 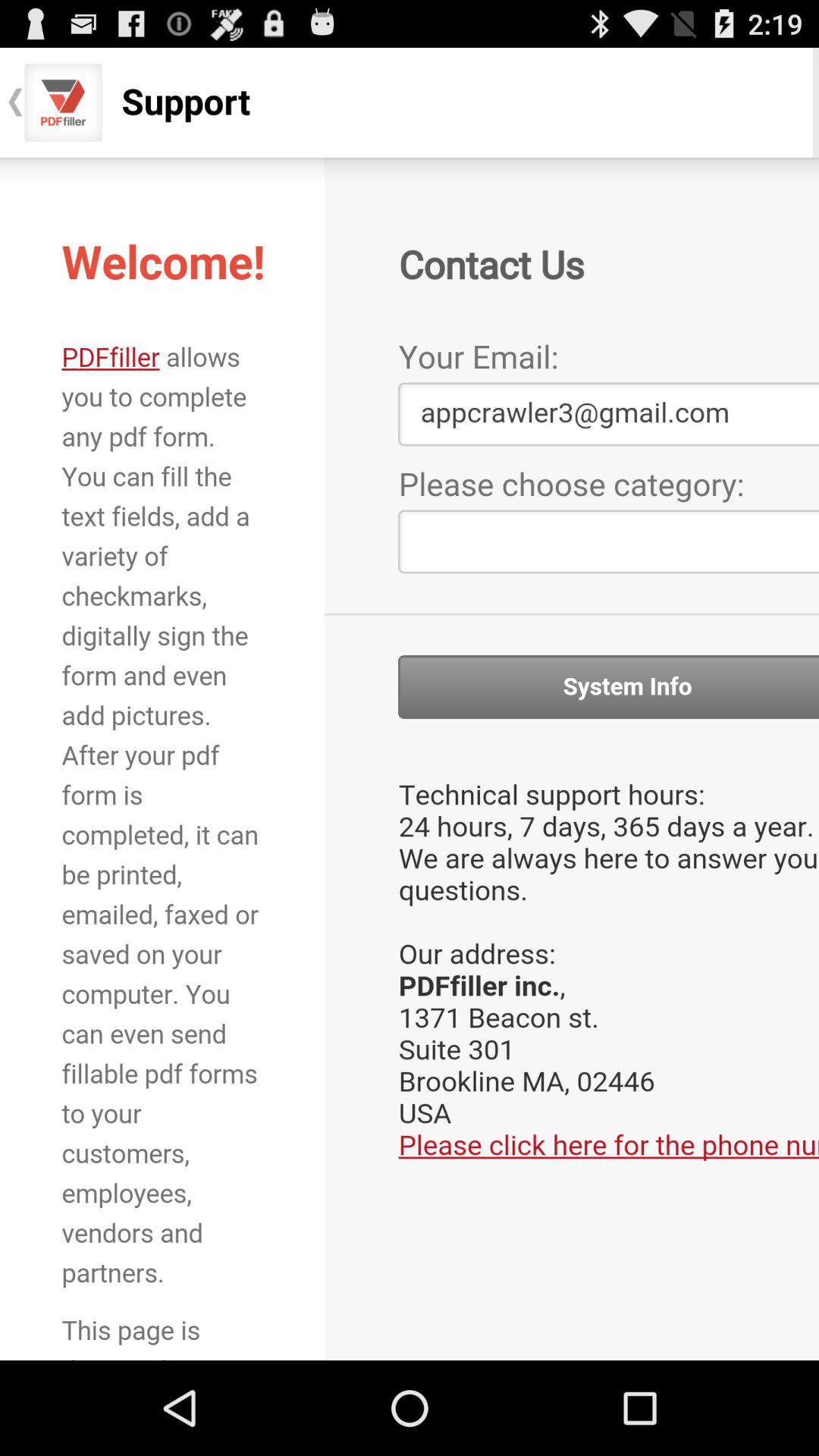 I want to click on main page, so click(x=409, y=758).